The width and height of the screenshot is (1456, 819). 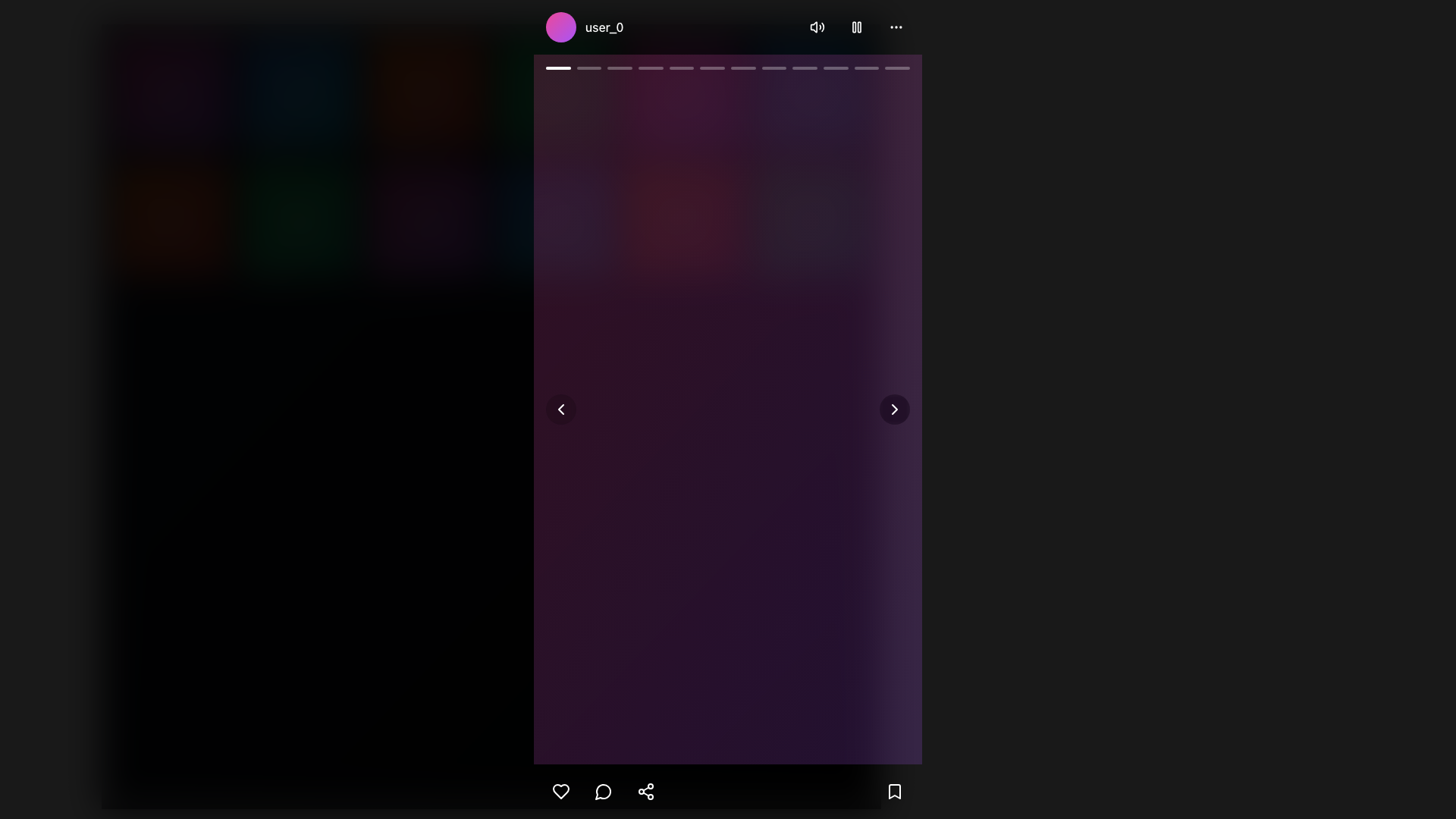 What do you see at coordinates (560, 791) in the screenshot?
I see `the heart icon button, which has a white outline over a black background, to like the content` at bounding box center [560, 791].